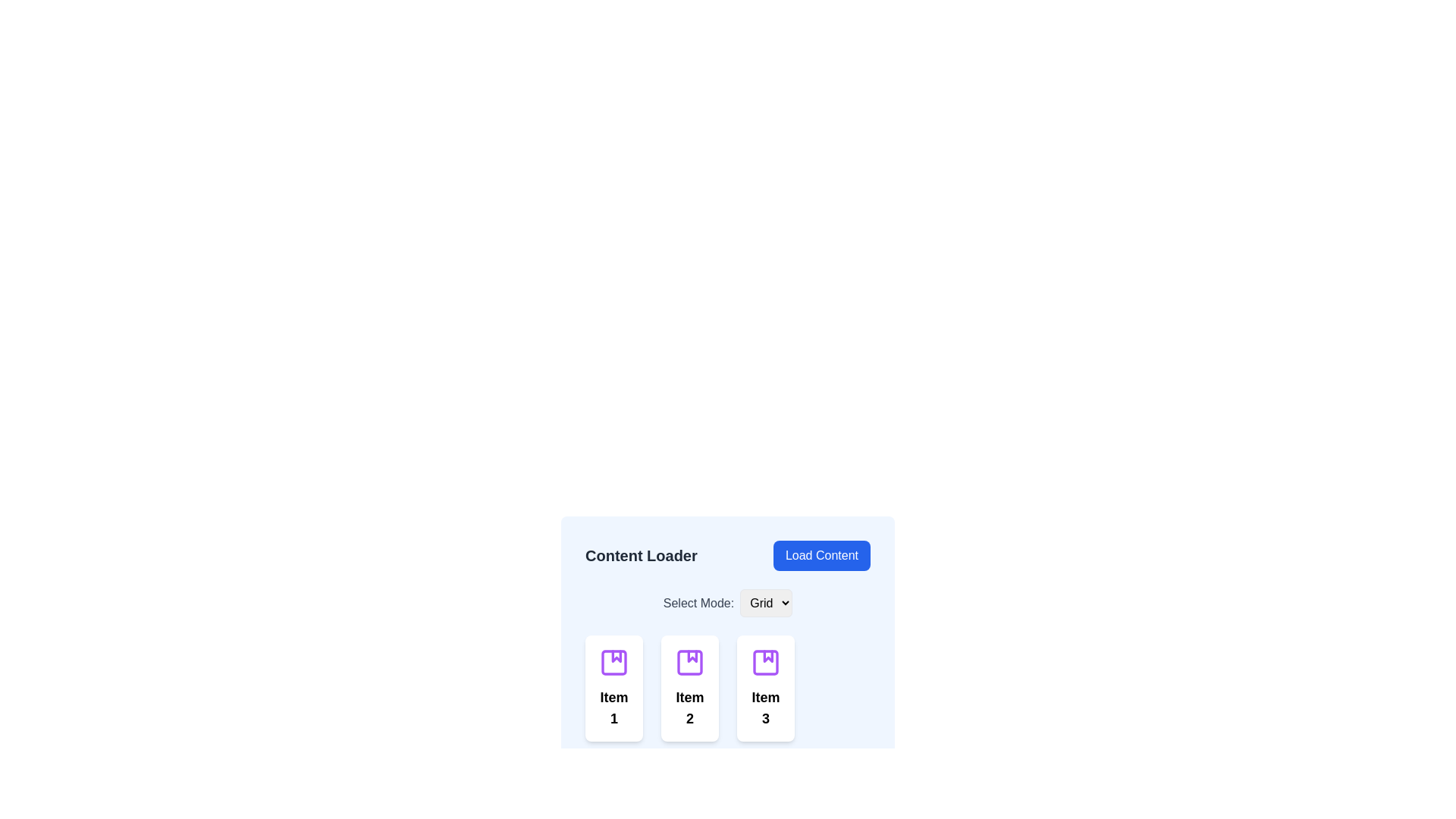  Describe the element at coordinates (765, 688) in the screenshot. I see `the third interactive tile or card with a purple icon and 'Item 3' text in bold black font` at that location.